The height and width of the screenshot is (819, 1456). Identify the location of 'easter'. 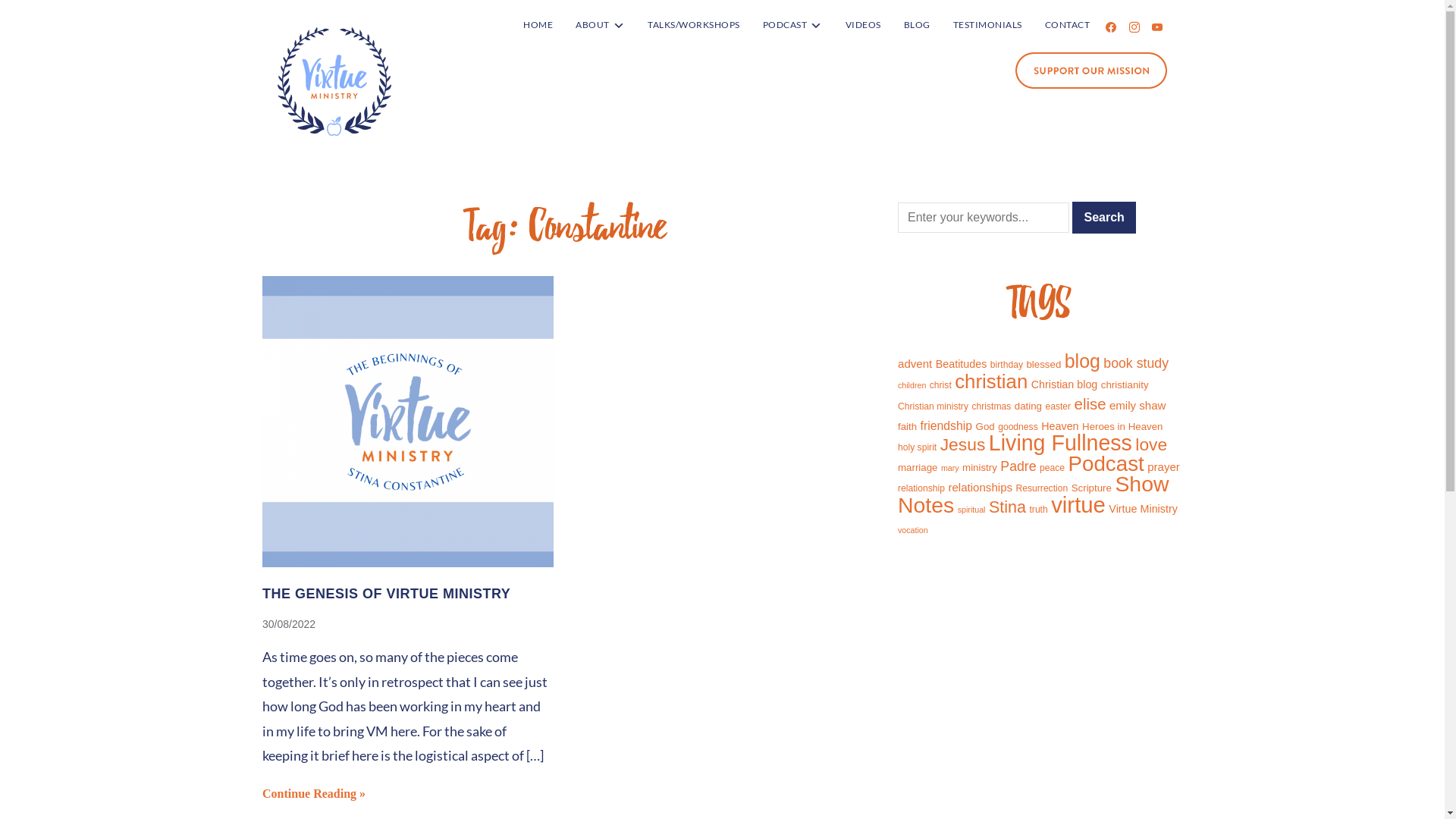
(1057, 406).